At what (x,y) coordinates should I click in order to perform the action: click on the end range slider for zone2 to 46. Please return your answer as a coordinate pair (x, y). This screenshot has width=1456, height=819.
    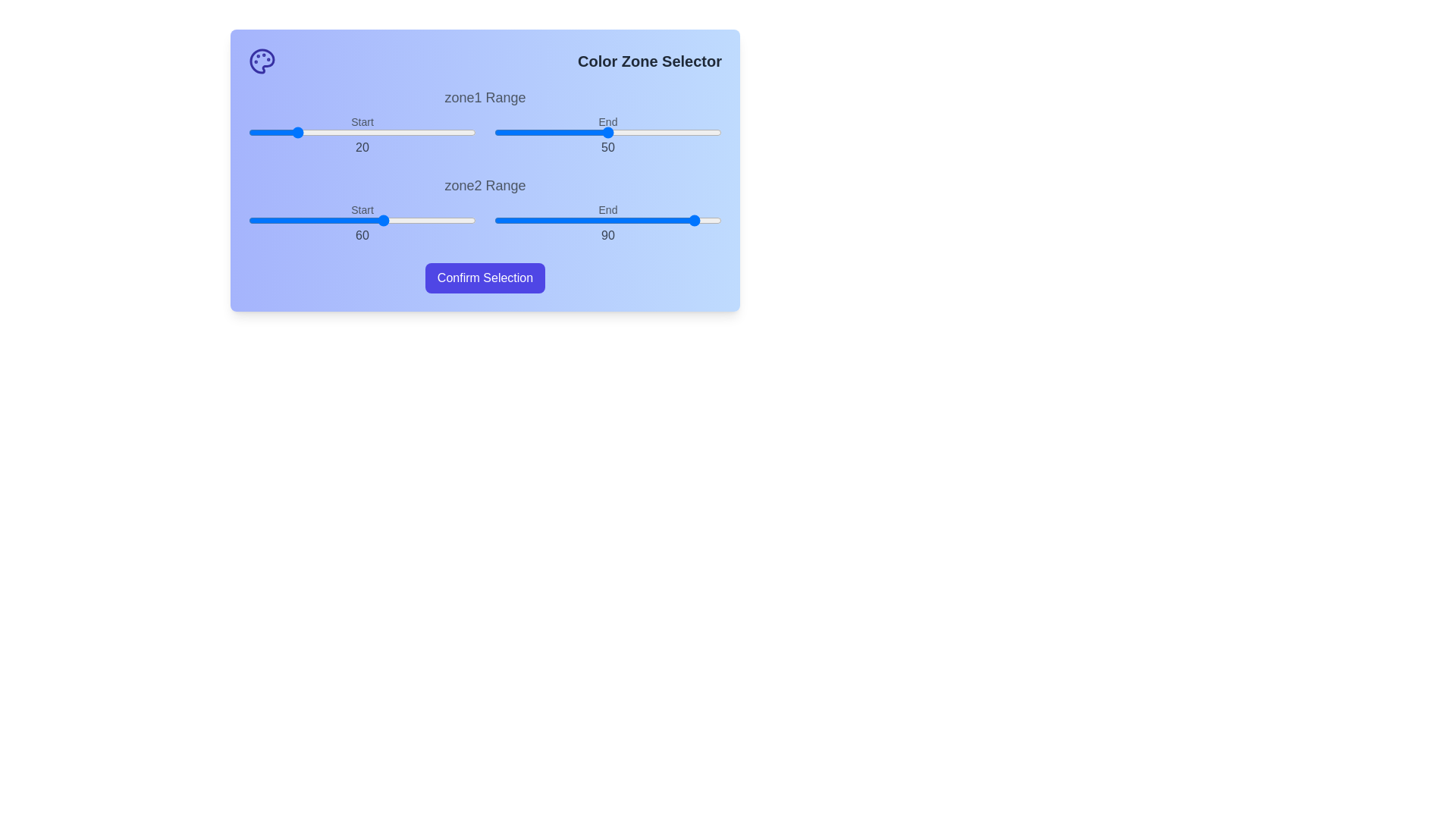
    Looking at the image, I should click on (598, 220).